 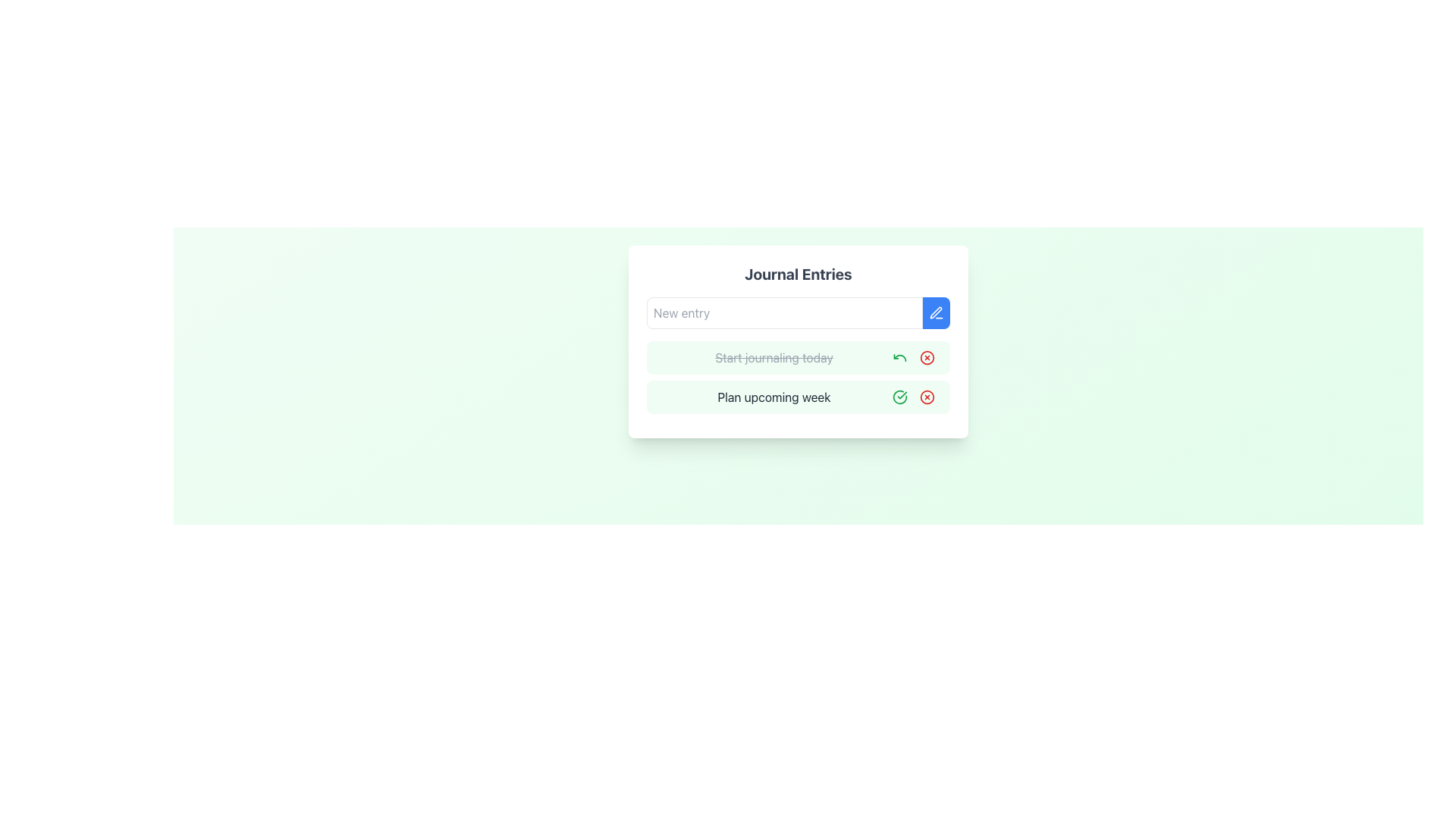 I want to click on the button located in the second row next to the task description 'Plan upcoming week' to trigger a tooltip, so click(x=899, y=397).